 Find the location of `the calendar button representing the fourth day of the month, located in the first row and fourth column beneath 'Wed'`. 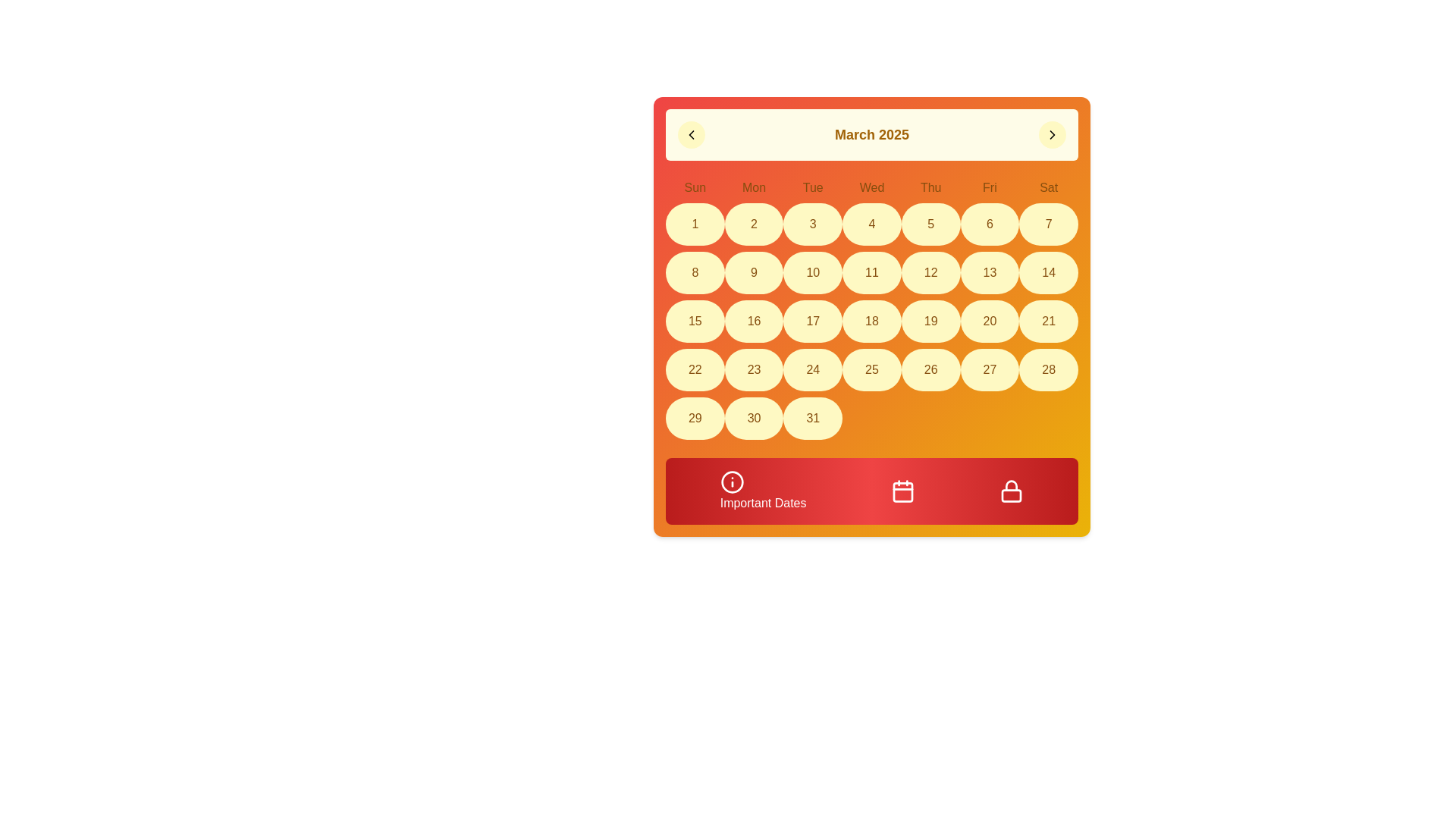

the calendar button representing the fourth day of the month, located in the first row and fourth column beneath 'Wed' is located at coordinates (872, 224).